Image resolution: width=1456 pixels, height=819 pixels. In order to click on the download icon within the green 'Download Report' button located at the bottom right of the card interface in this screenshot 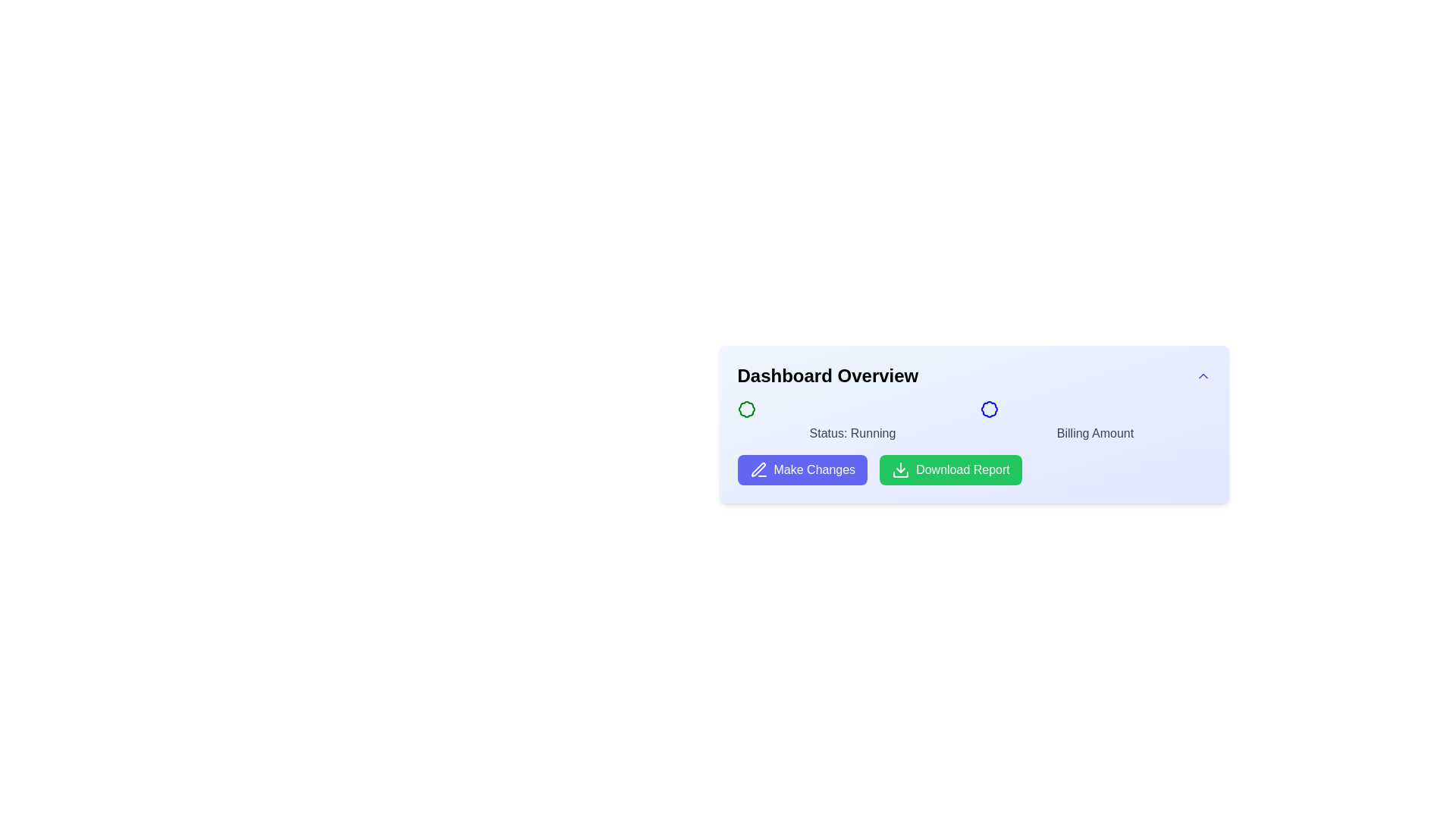, I will do `click(901, 473)`.